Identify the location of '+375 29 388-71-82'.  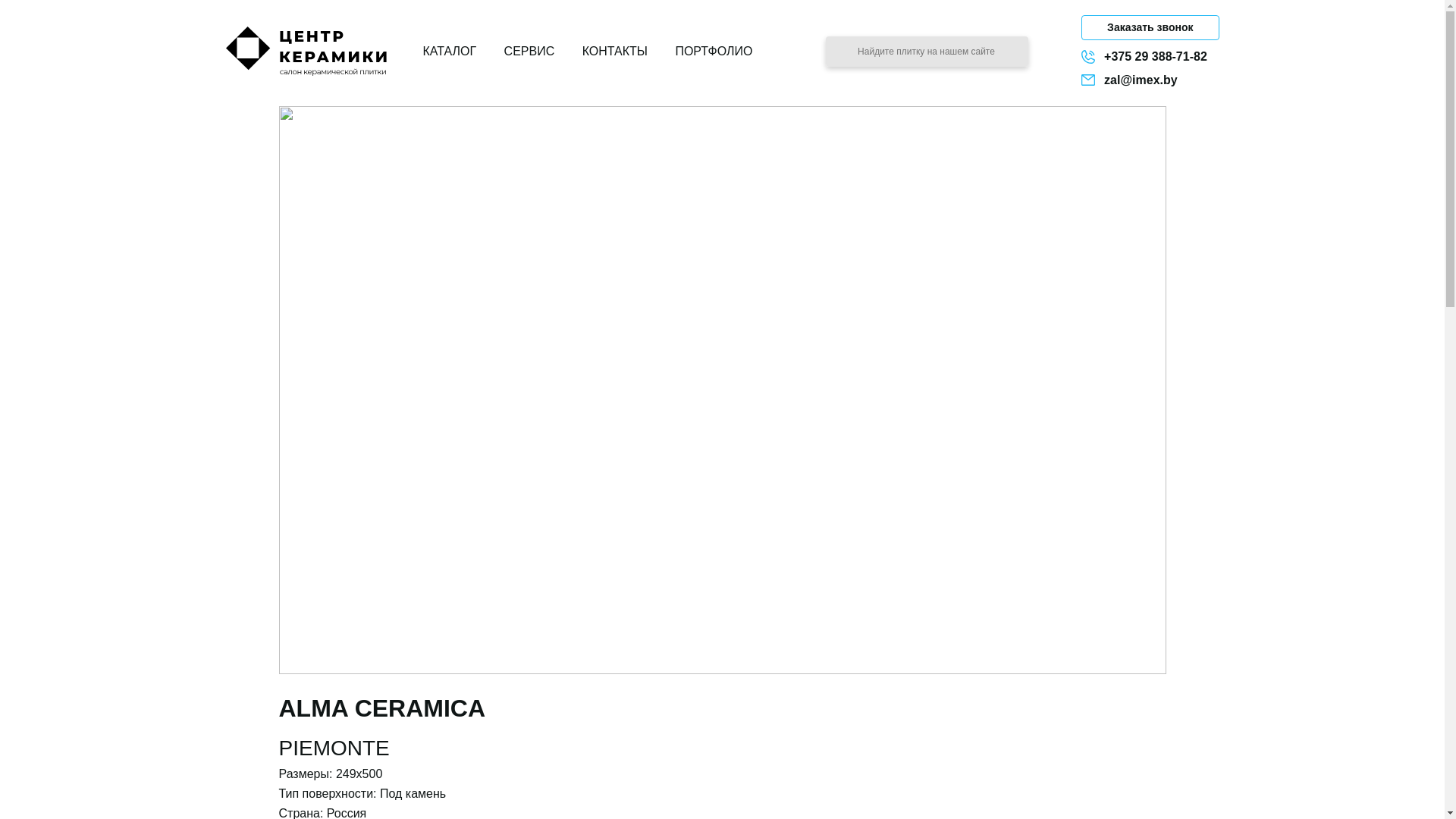
(1150, 55).